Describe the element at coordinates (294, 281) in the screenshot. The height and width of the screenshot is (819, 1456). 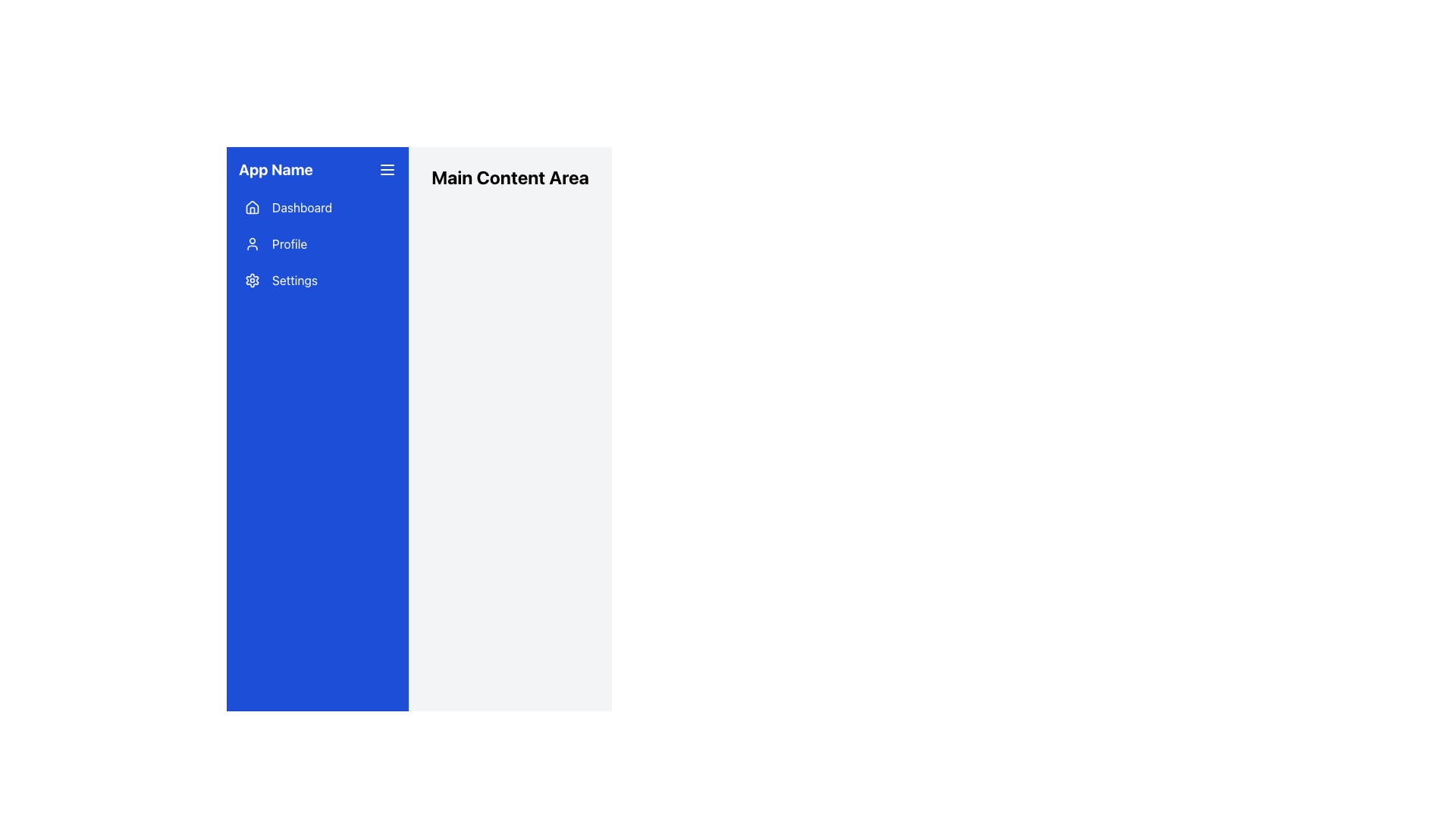
I see `the 'Settings' text label in the vertical navigation menu, which is styled in white font on a blue background and is adjacent to a gear icon` at that location.